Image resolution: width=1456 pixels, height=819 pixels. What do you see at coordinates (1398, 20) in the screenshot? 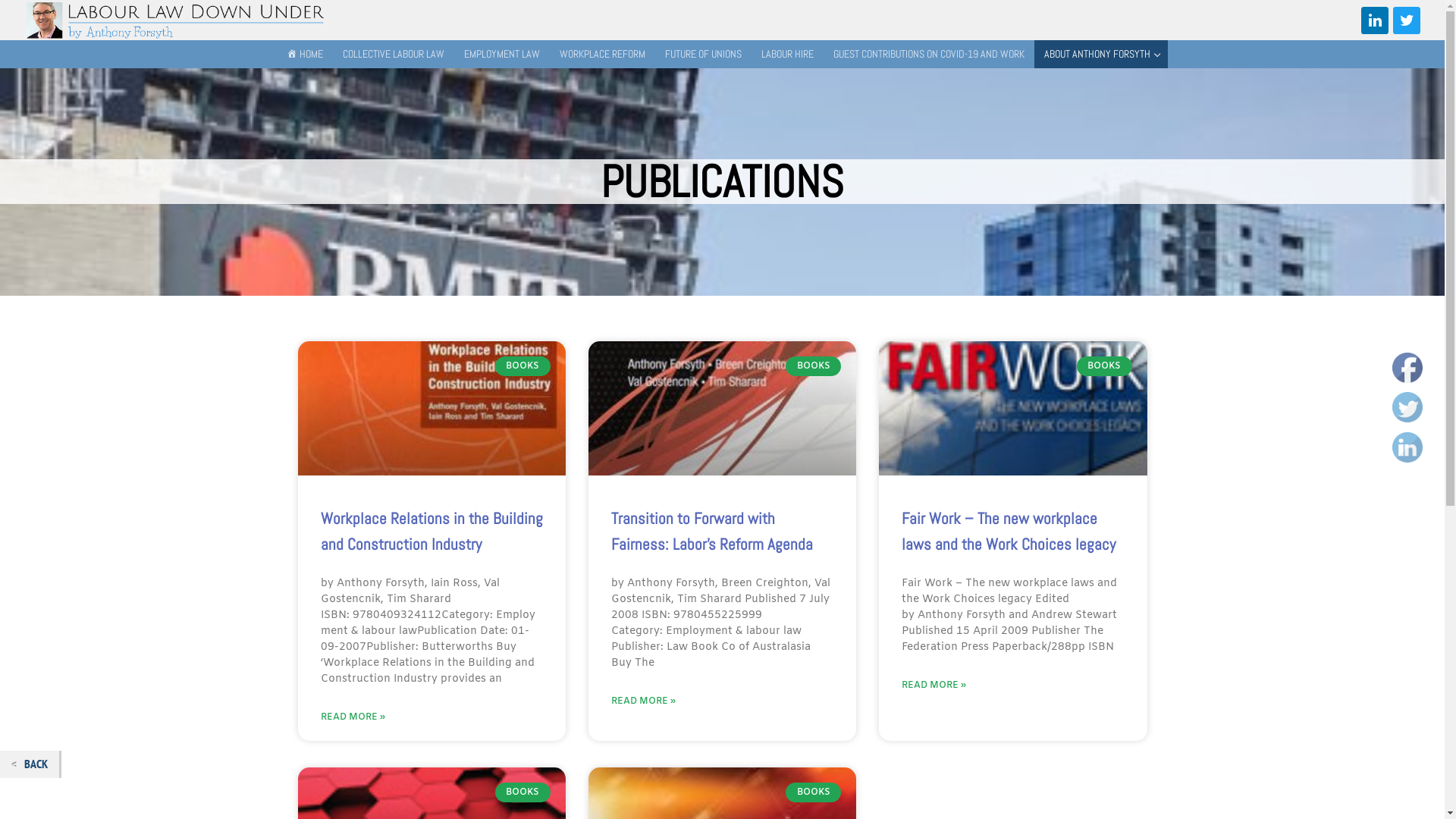
I see `'Twitter'` at bounding box center [1398, 20].